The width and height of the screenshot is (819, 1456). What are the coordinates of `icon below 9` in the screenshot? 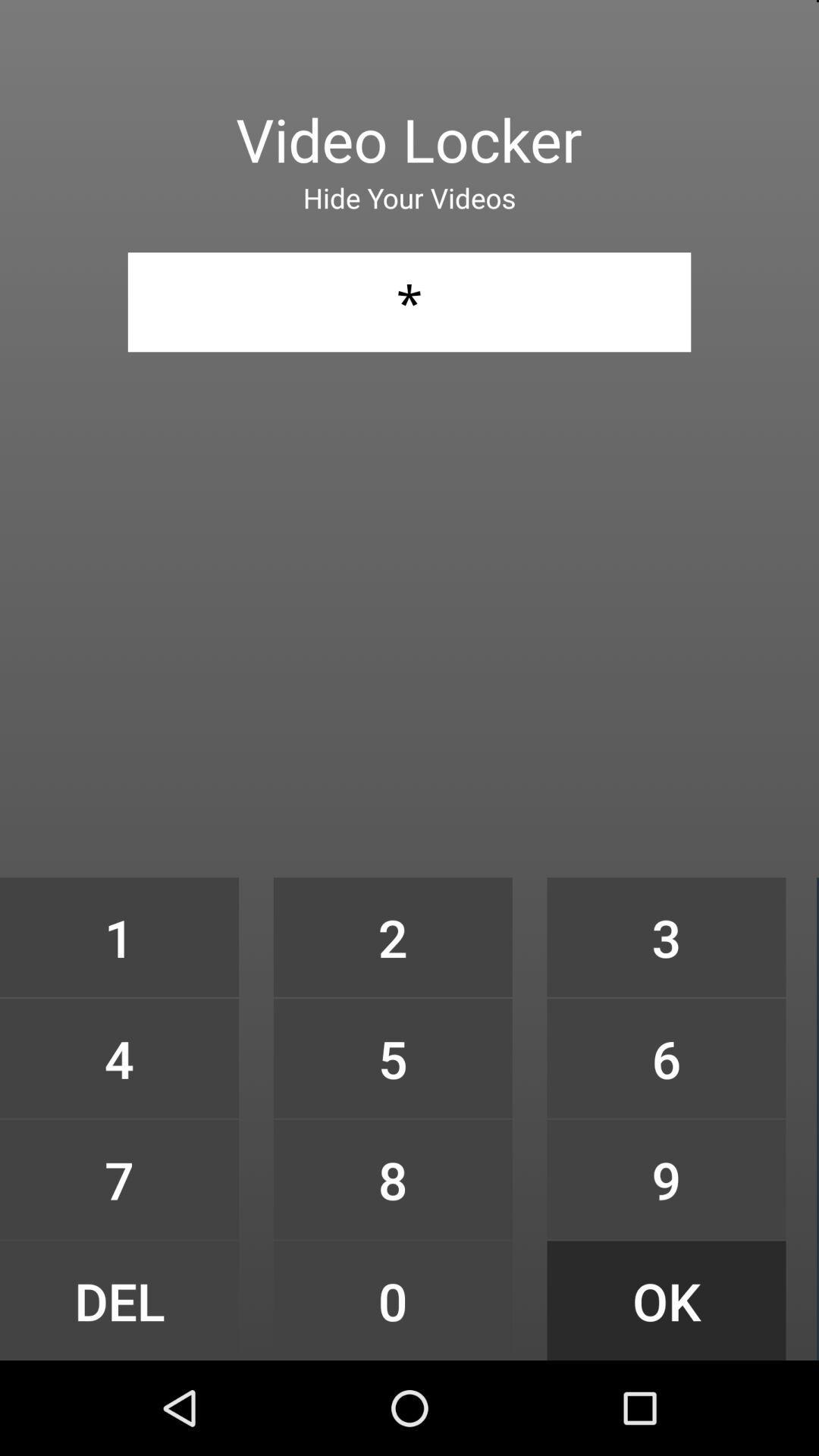 It's located at (666, 1300).